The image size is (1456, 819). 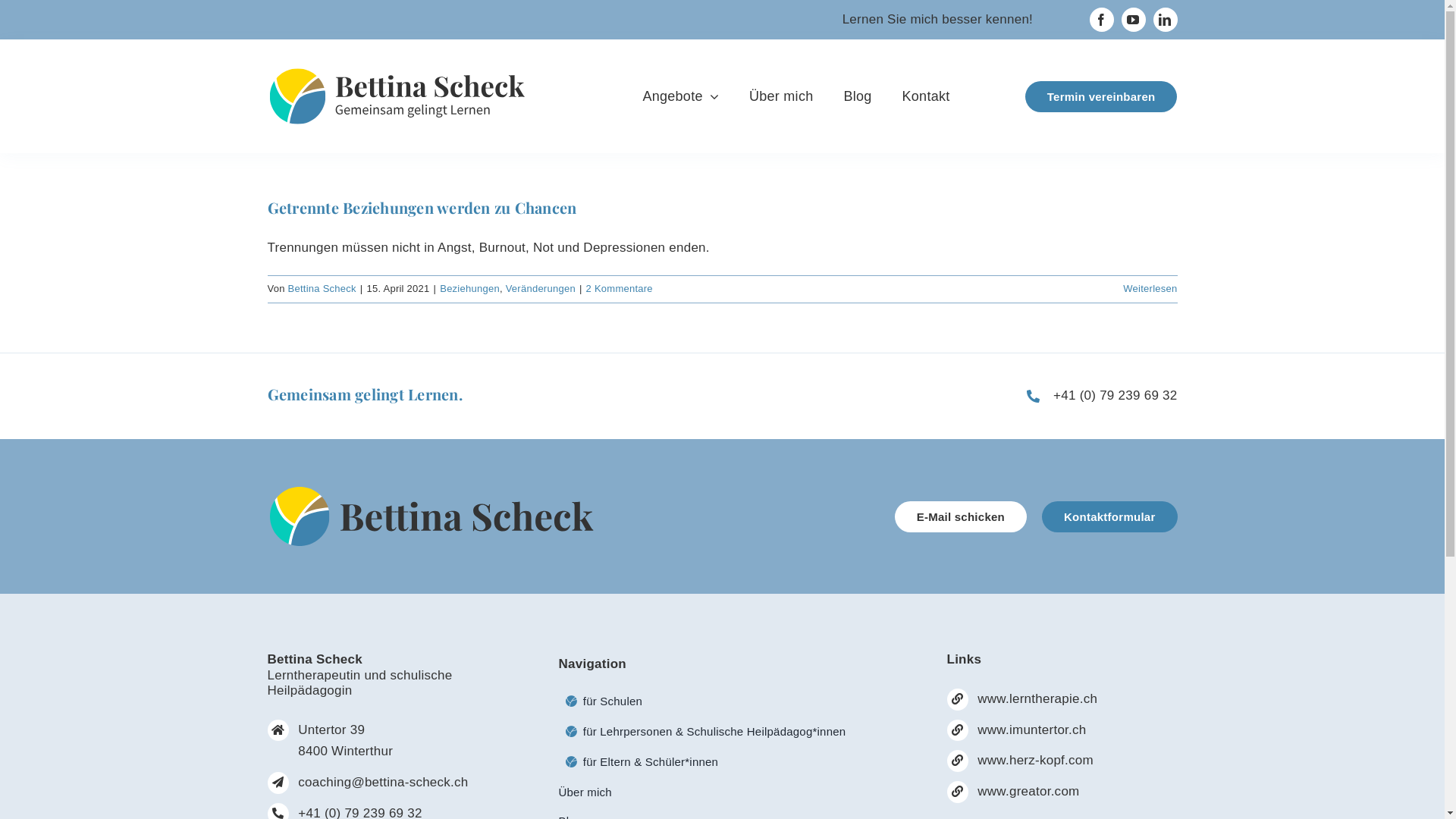 What do you see at coordinates (679, 96) in the screenshot?
I see `'Angebote'` at bounding box center [679, 96].